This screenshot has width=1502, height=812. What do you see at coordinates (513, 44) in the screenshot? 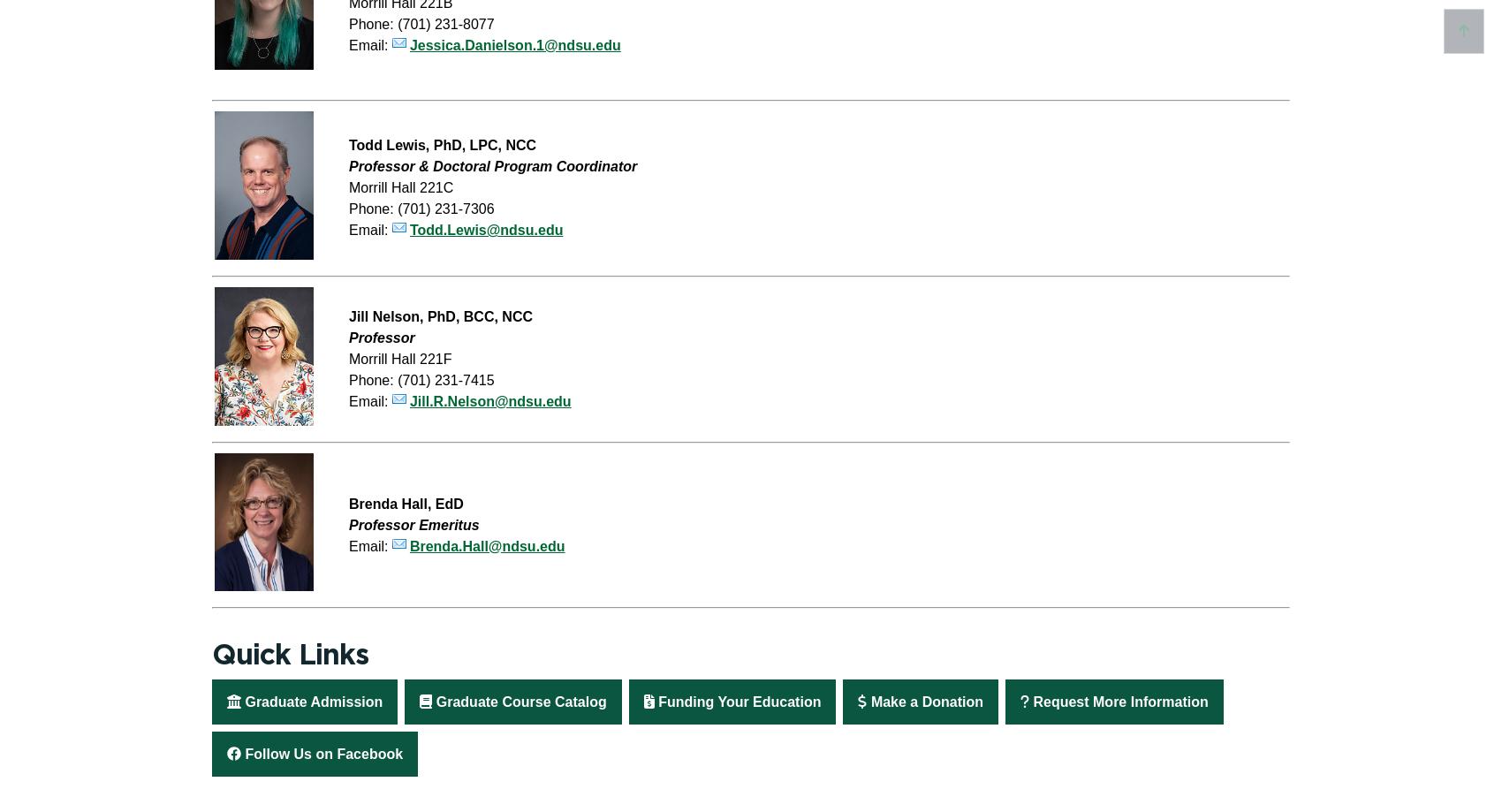
I see `'Jessica.Danielson.1@ndsu.edu'` at bounding box center [513, 44].